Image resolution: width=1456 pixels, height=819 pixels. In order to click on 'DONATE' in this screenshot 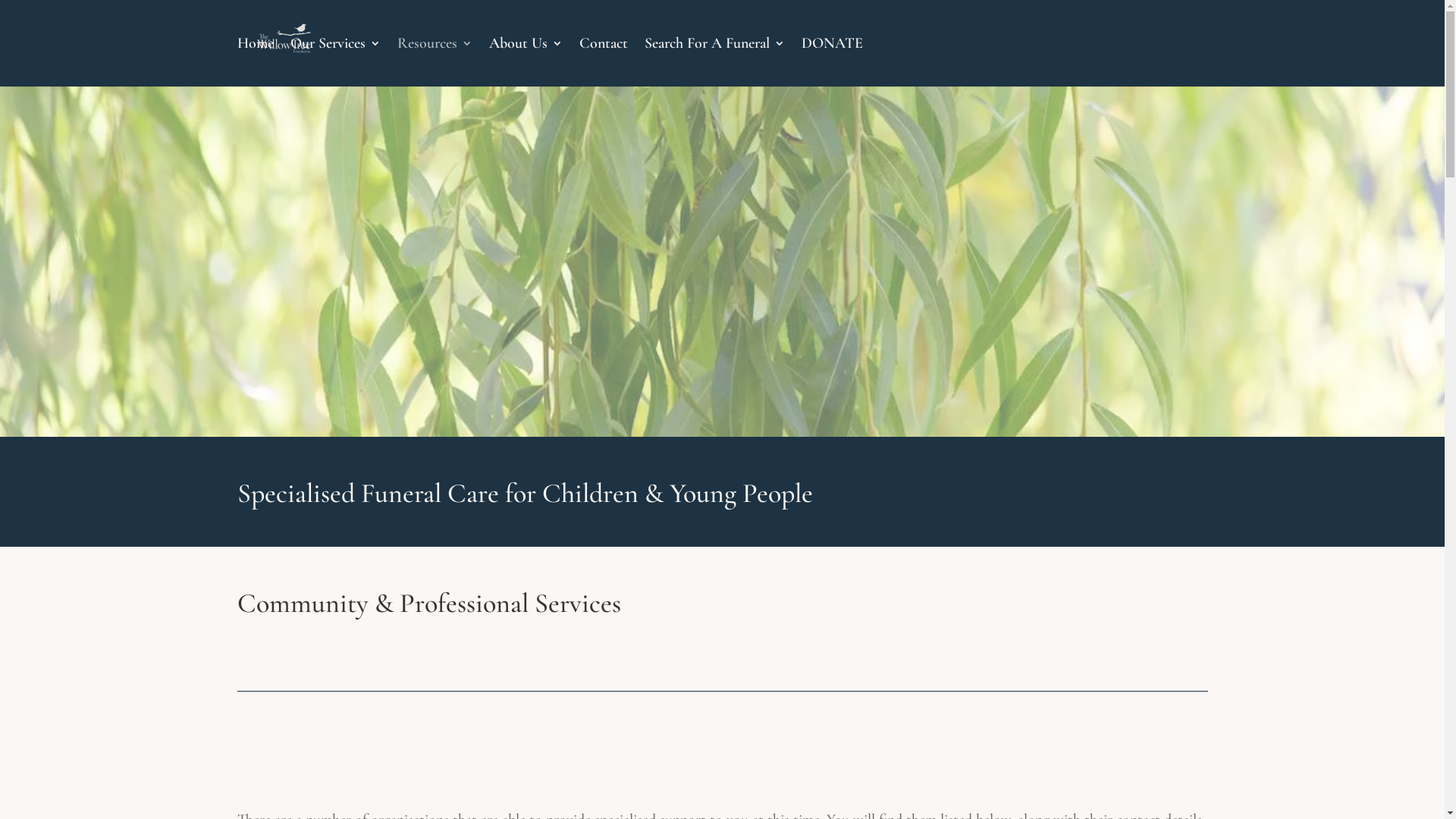, I will do `click(830, 61)`.